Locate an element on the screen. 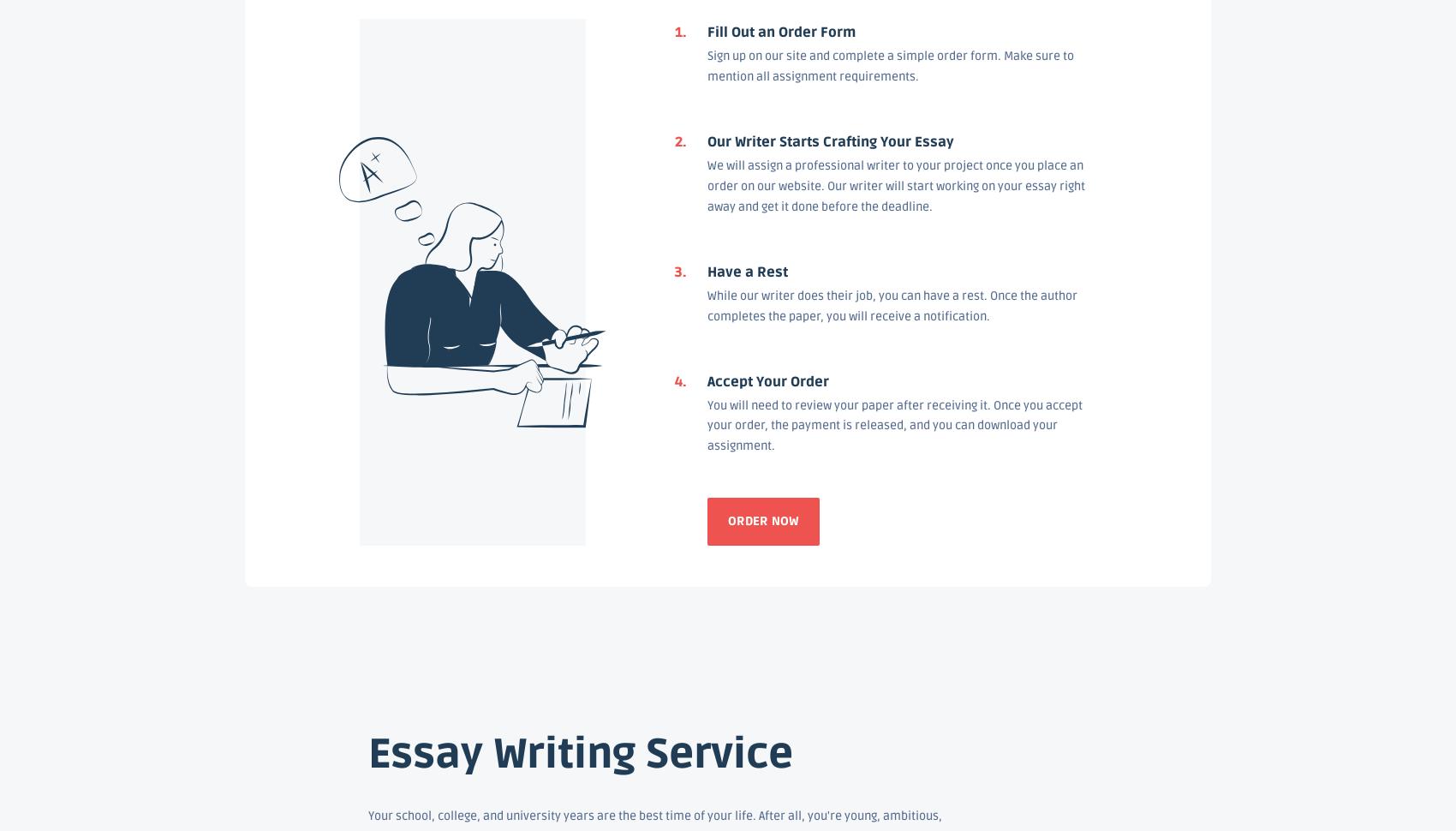 The width and height of the screenshot is (1456, 831). 'You will need to review your paper after receiving it. Once you accept your order, the payment is released, and you can download your assignment.' is located at coordinates (892, 425).